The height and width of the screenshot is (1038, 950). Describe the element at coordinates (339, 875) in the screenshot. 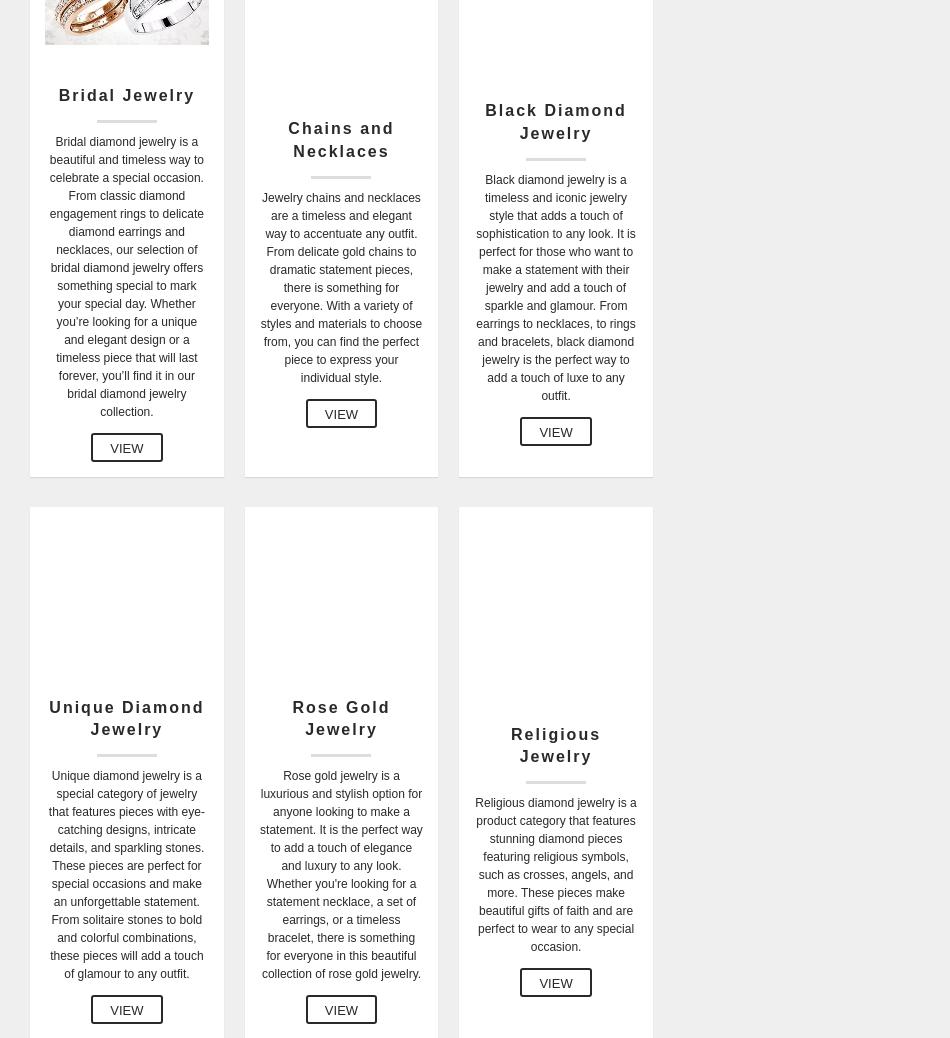

I see `'Rose gold jewelry is a luxurious and stylish option for anyone looking to make a statement. It is the perfect way to add a touch of elegance and luxury to any look. Whether you're looking for a statement necklace, a set of earrings, or a timeless bracelet, there is something for everyone in this beautiful collection of rose gold jewelry.'` at that location.